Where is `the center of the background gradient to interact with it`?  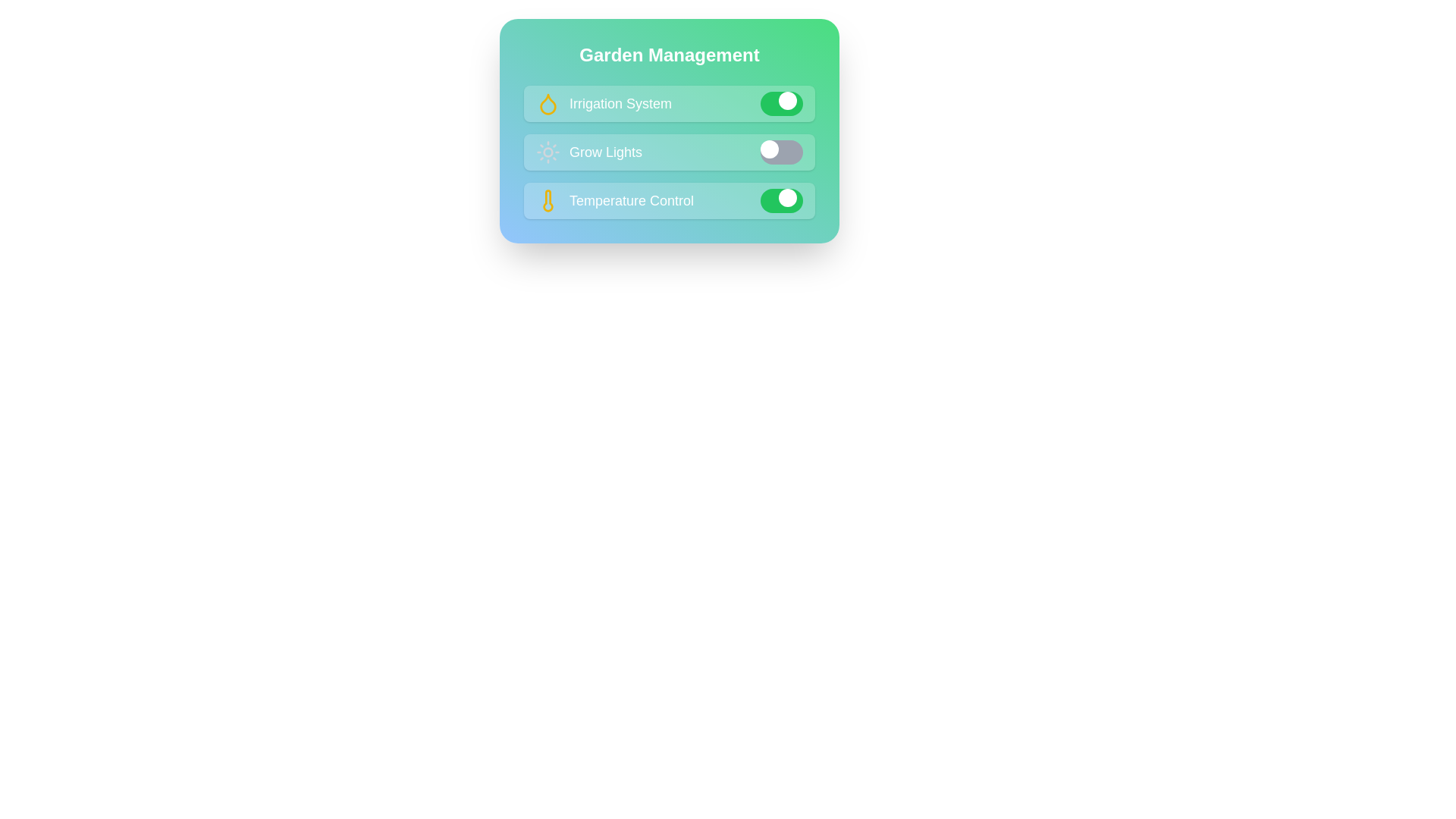
the center of the background gradient to interact with it is located at coordinates (669, 130).